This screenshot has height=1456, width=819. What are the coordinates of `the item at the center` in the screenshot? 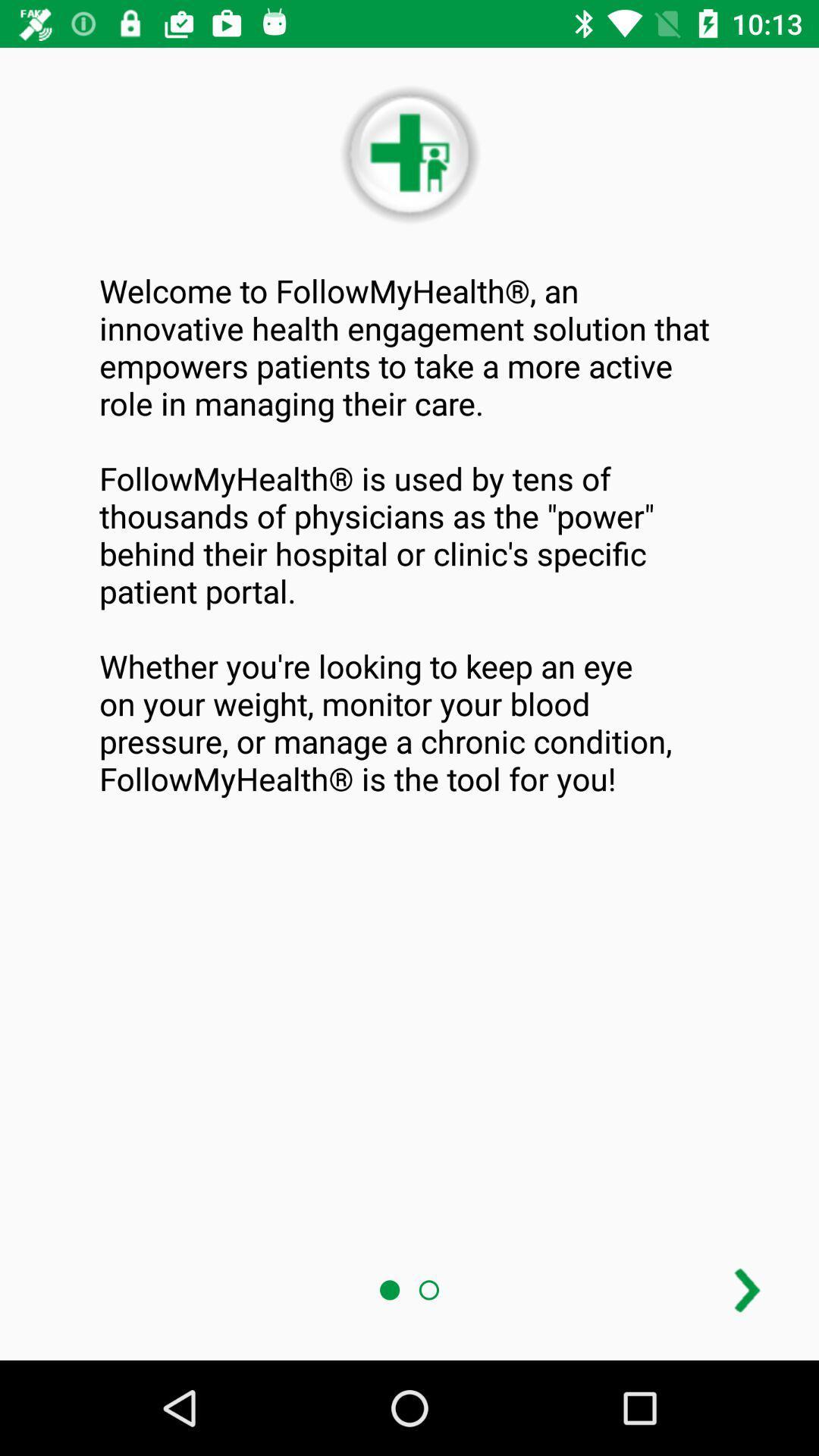 It's located at (409, 535).